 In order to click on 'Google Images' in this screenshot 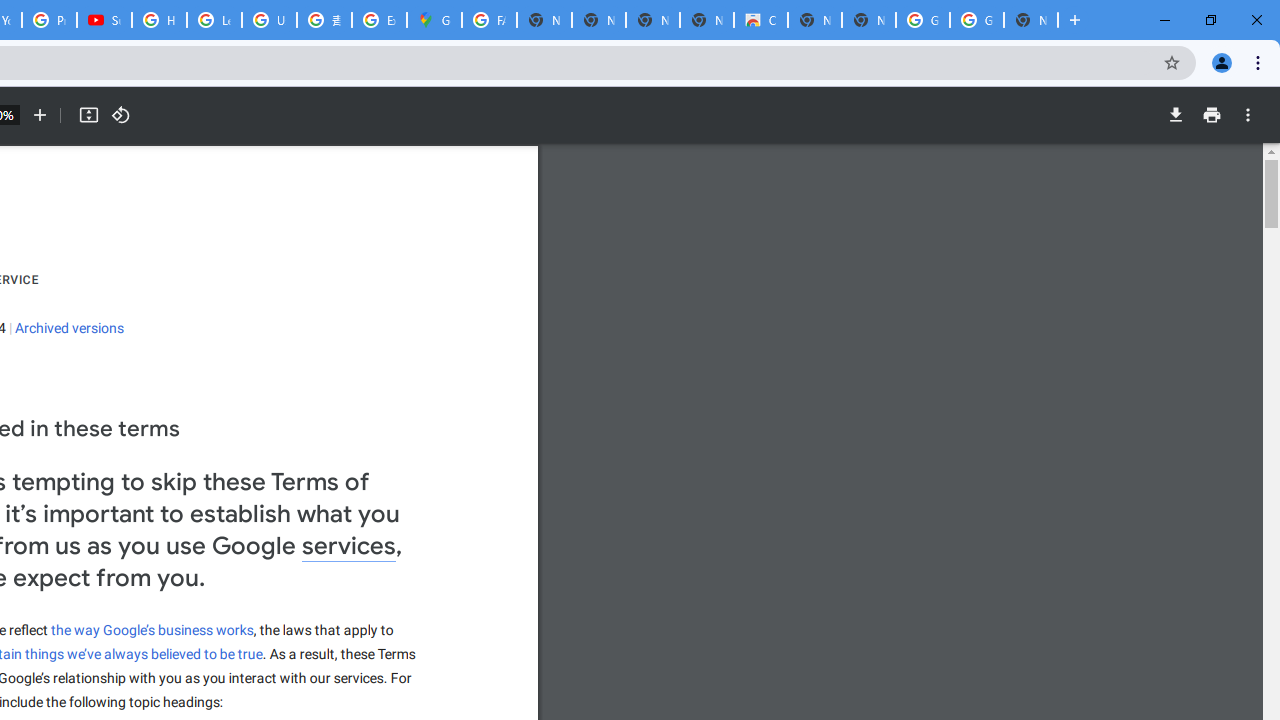, I will do `click(976, 20)`.